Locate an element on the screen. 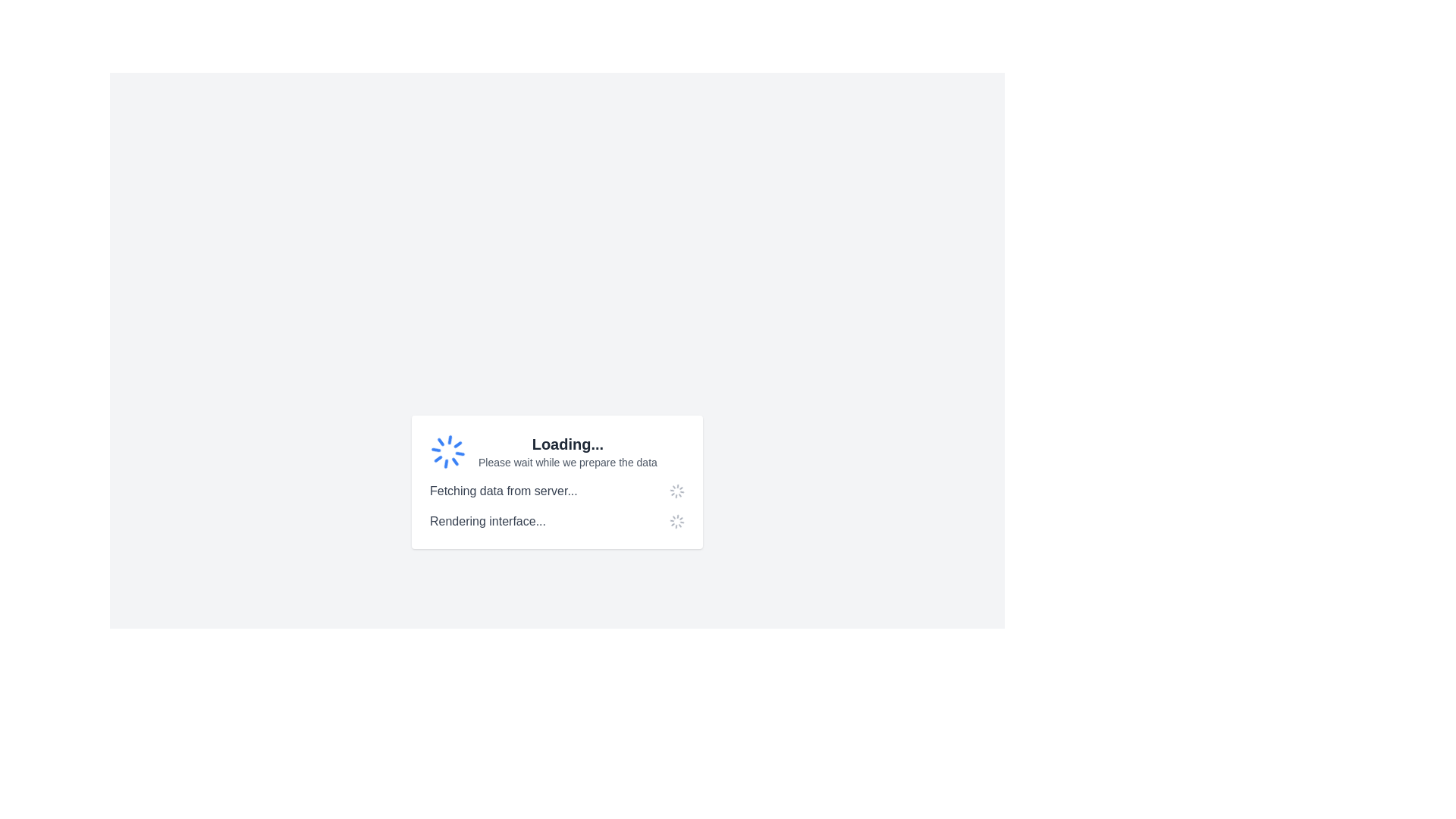 The height and width of the screenshot is (819, 1456). the animation effect of the loading spinner located at the center bottom-right of the panel, adjacent to the text 'Rendering interface...' is located at coordinates (676, 520).